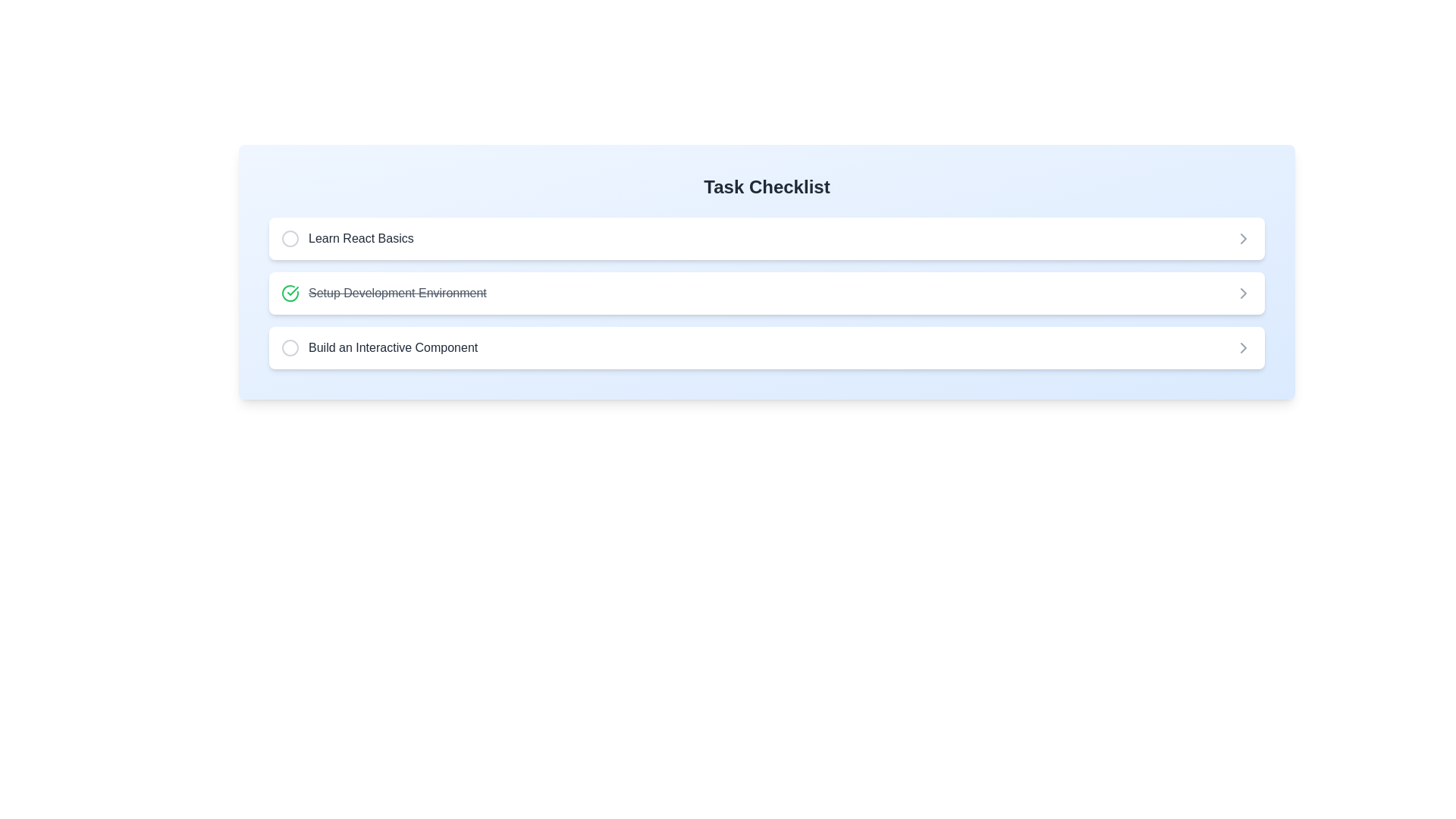 The height and width of the screenshot is (819, 1456). What do you see at coordinates (1244, 239) in the screenshot?
I see `the chevron icon located to the far right of the 'Learn React Basics' text in the checklist` at bounding box center [1244, 239].